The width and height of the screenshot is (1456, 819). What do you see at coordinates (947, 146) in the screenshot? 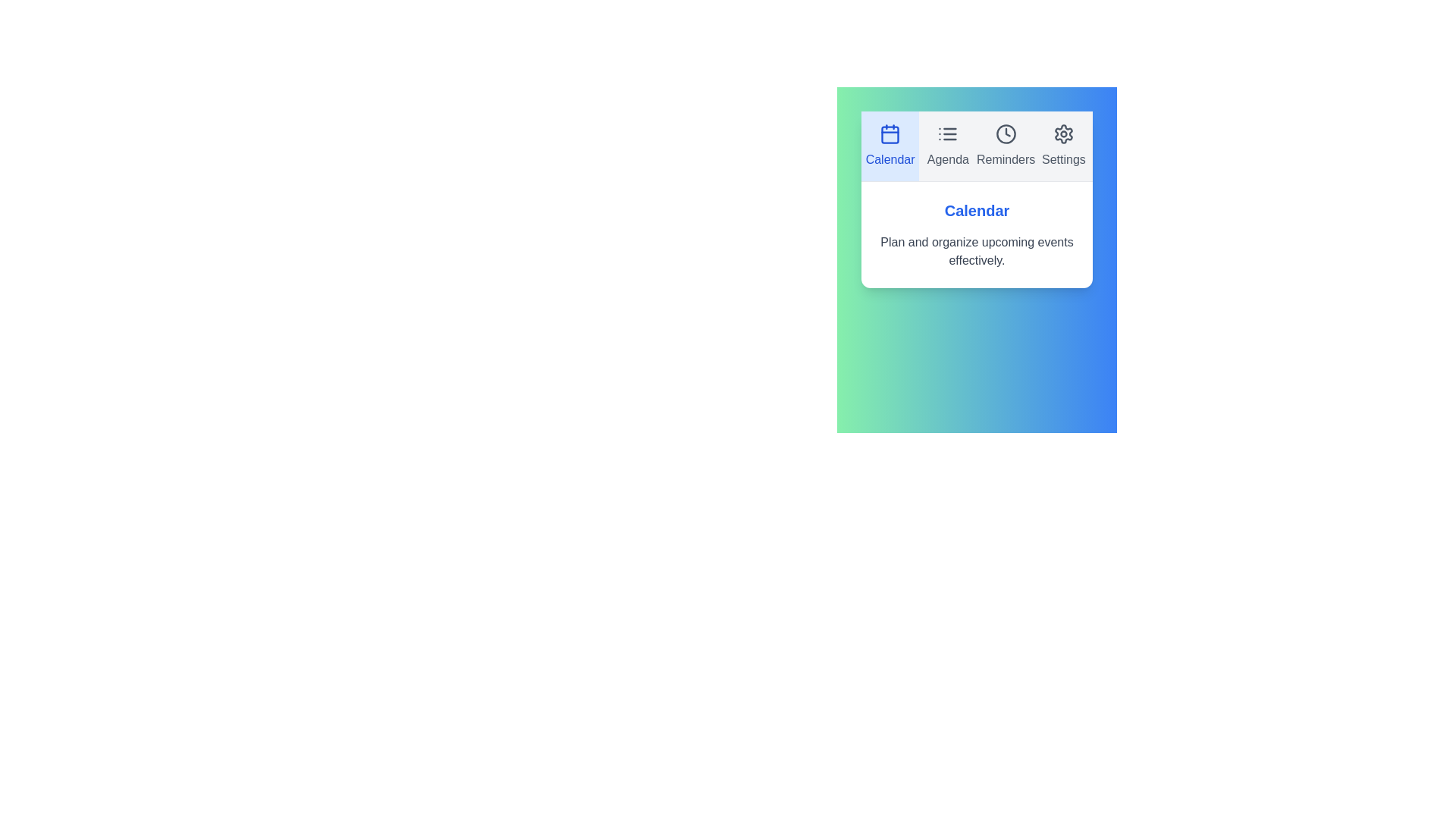
I see `the Agenda tab to view its content` at bounding box center [947, 146].